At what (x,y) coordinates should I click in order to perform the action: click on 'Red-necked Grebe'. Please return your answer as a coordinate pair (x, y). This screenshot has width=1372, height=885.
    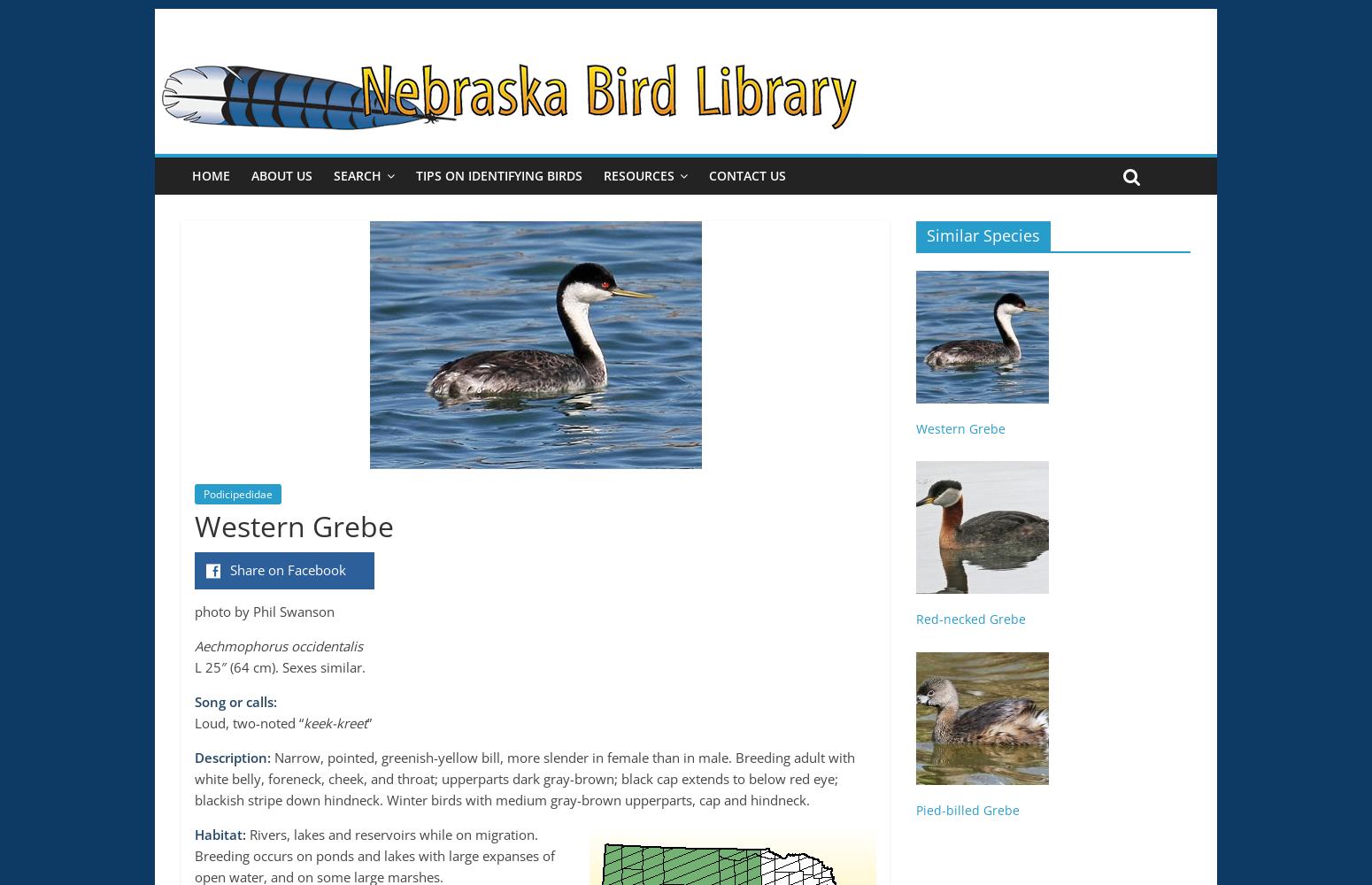
    Looking at the image, I should click on (915, 618).